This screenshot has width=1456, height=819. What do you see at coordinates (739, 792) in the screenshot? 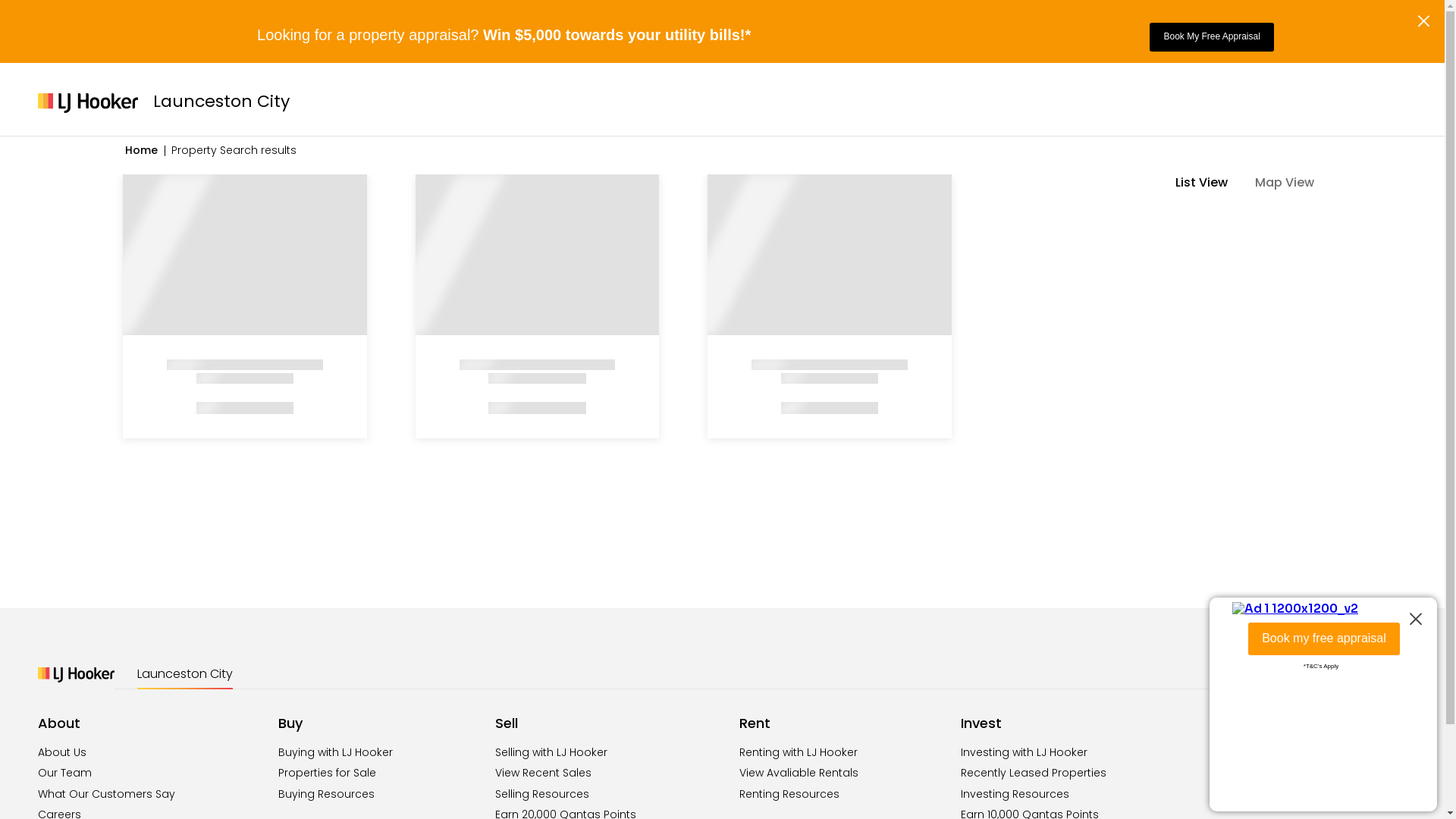
I see `'Renting Resources'` at bounding box center [739, 792].